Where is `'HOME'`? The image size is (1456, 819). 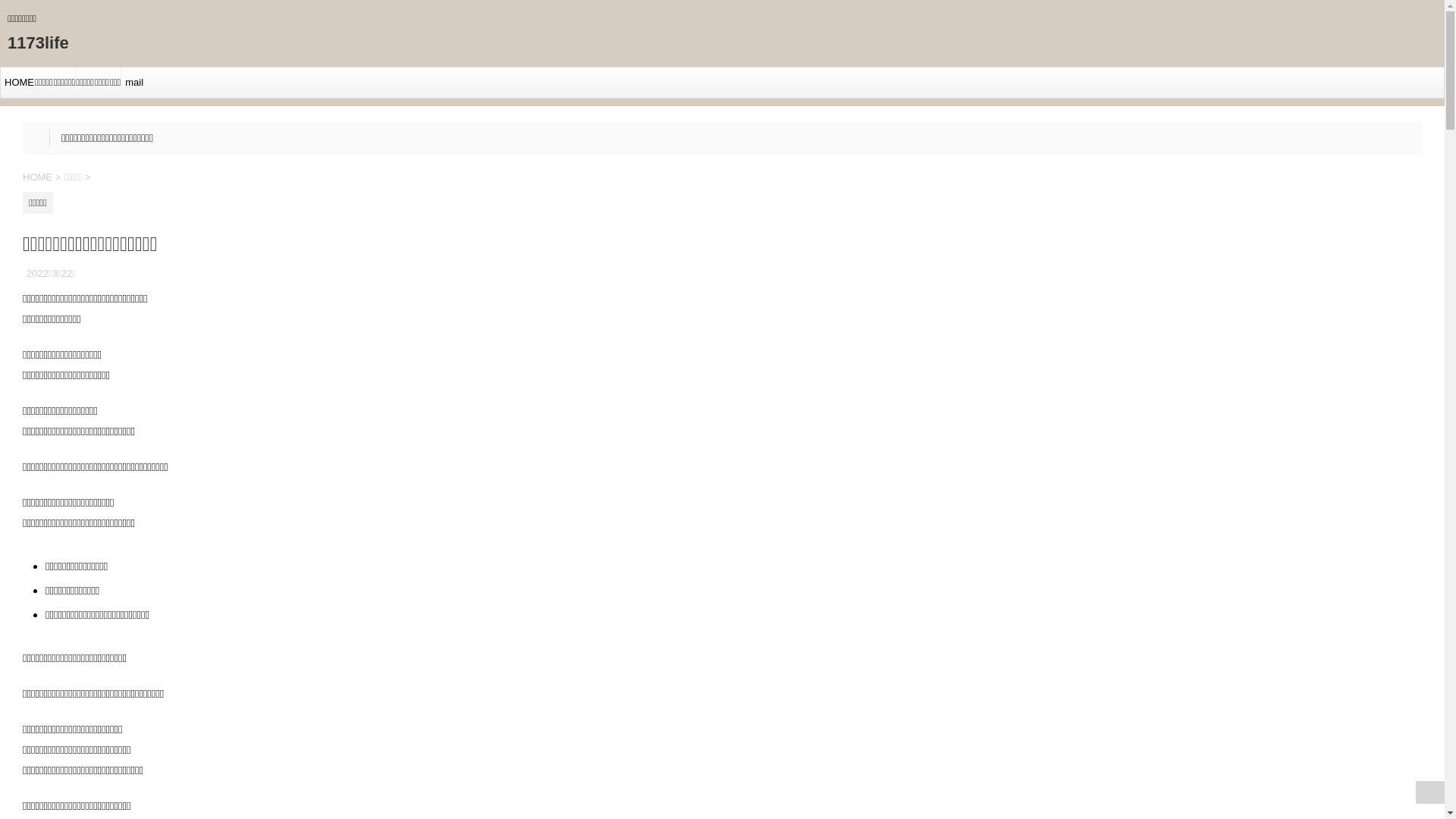
'HOME' is located at coordinates (17, 82).